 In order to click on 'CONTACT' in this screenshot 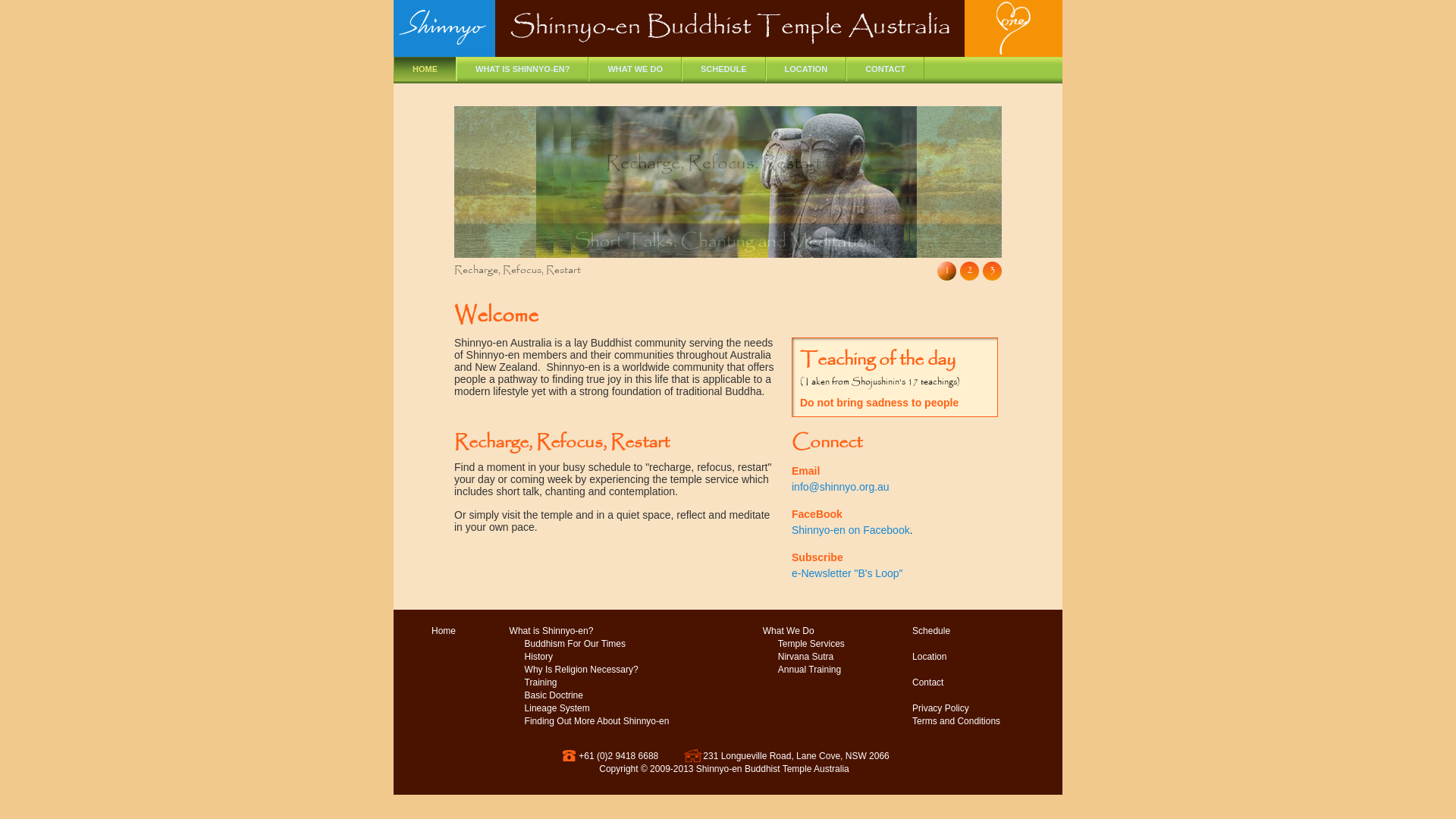, I will do `click(885, 69)`.